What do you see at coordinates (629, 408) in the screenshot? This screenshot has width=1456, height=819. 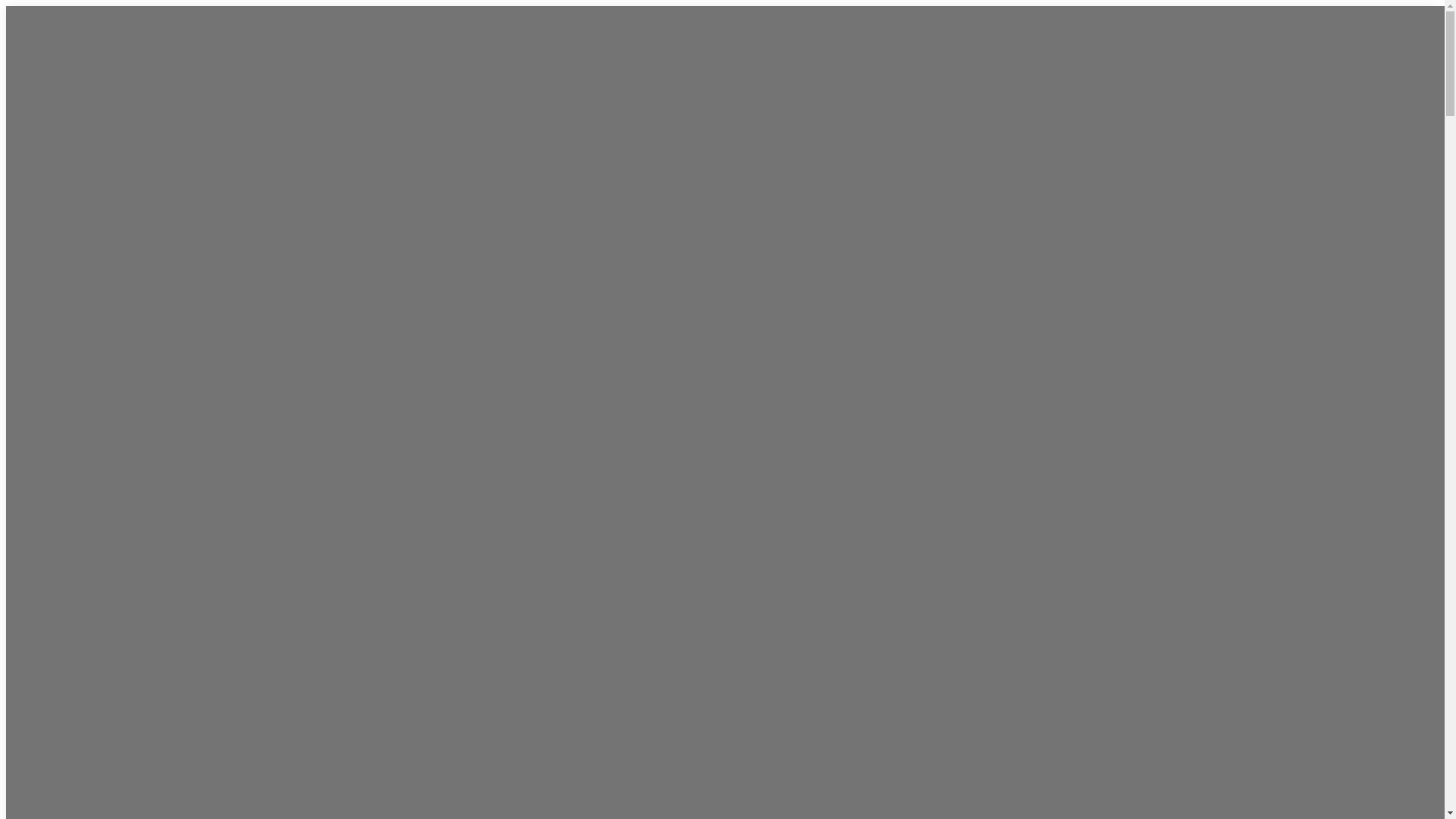 I see `'Lesley Finn'` at bounding box center [629, 408].